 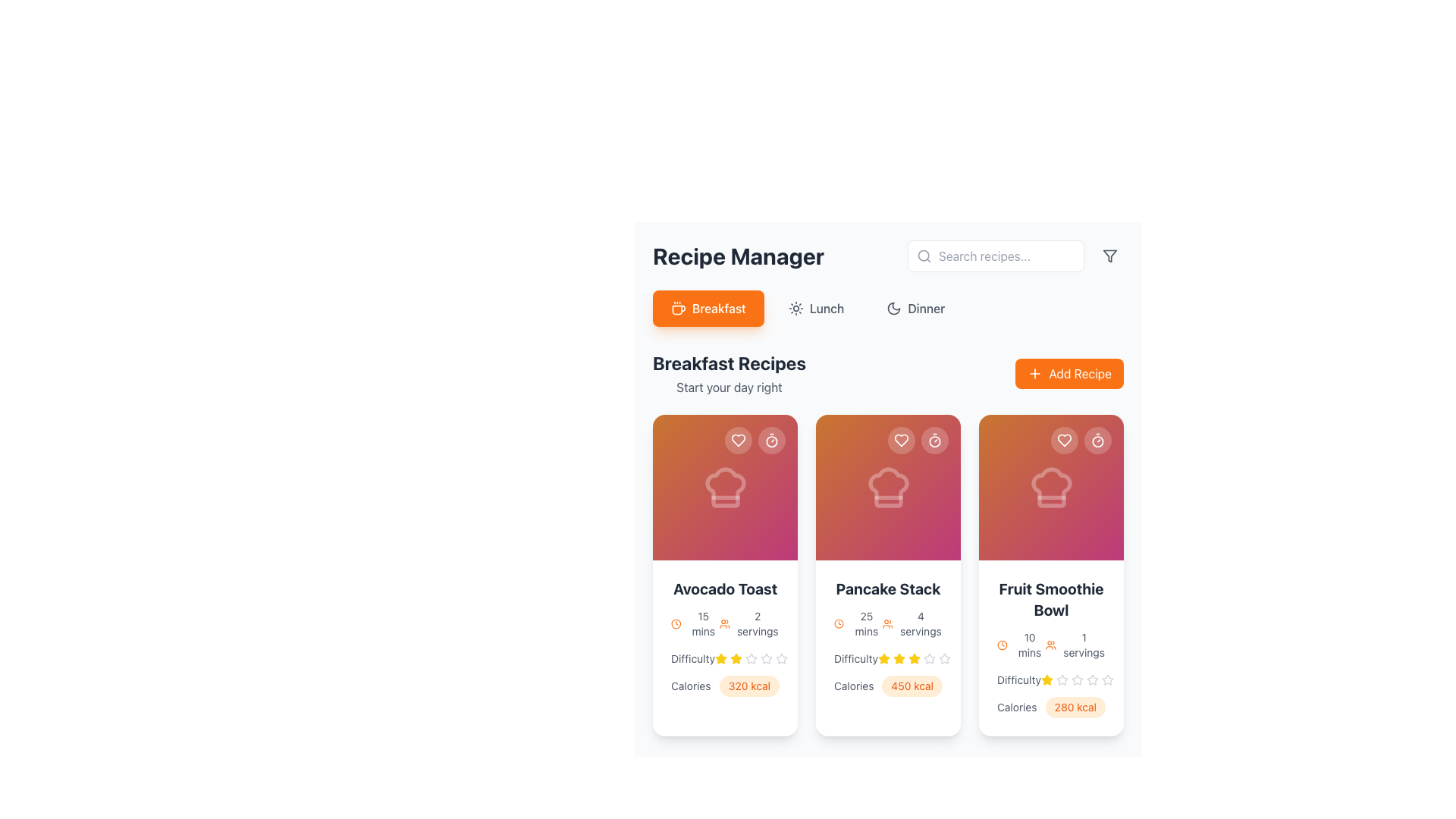 What do you see at coordinates (912, 623) in the screenshot?
I see `text '4 servings' styled in a small, gray font, accompanied by an orange icon resembling a group of people, located in the bottom section of the card titled 'Pancake Stack'` at bounding box center [912, 623].